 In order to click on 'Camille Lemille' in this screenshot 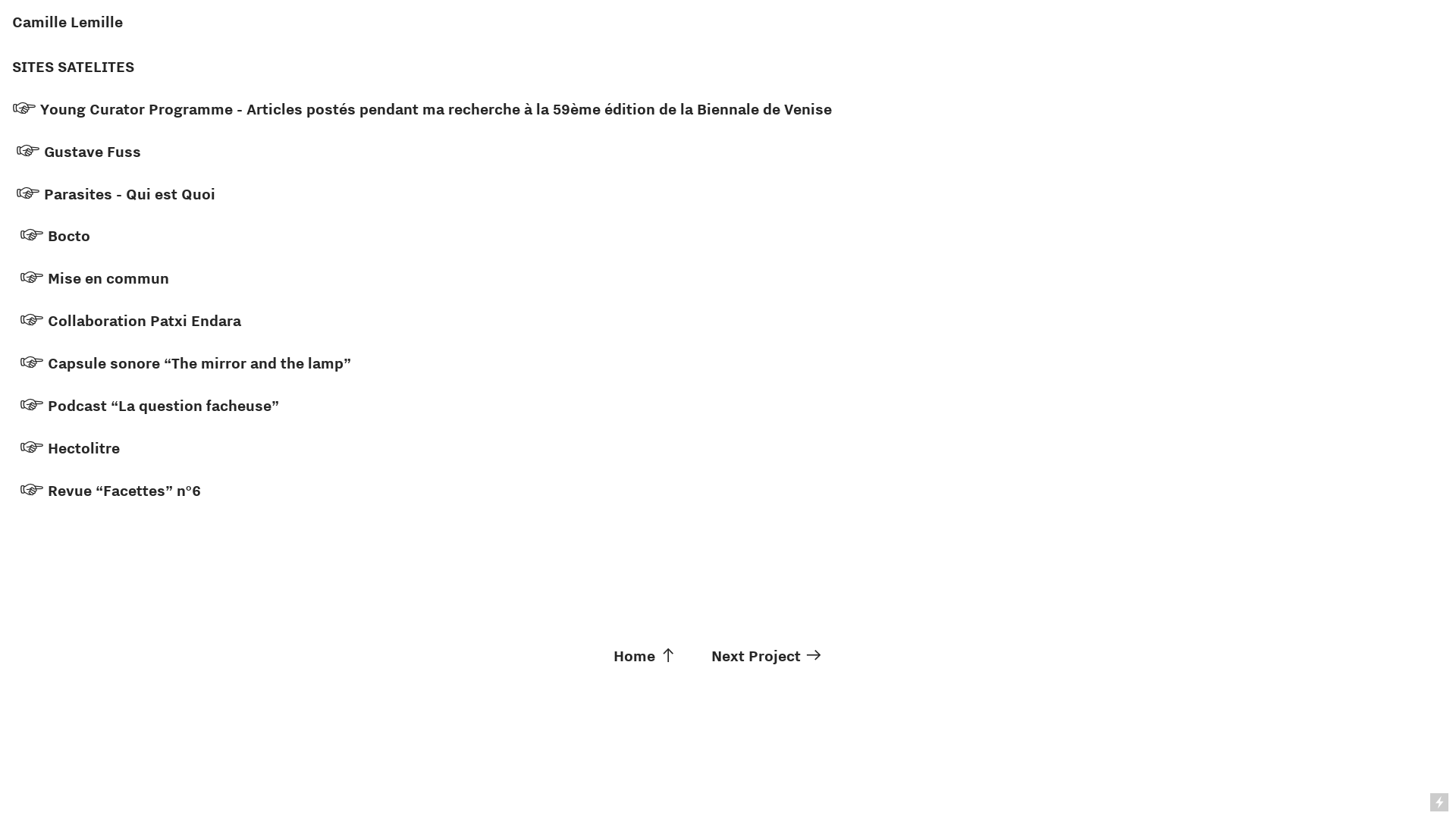, I will do `click(67, 22)`.